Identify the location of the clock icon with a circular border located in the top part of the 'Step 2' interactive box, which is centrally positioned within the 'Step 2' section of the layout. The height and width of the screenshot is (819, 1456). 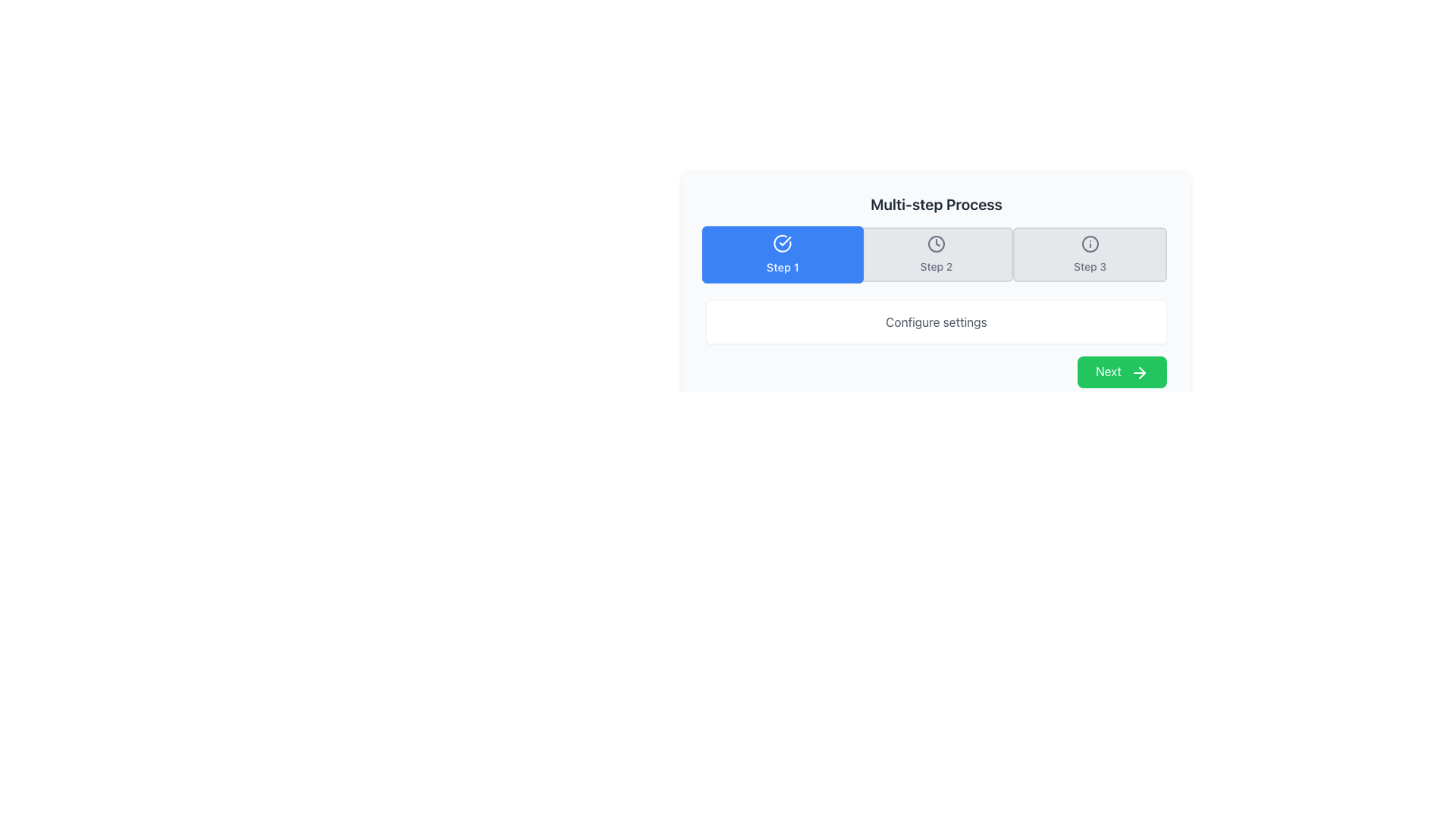
(935, 243).